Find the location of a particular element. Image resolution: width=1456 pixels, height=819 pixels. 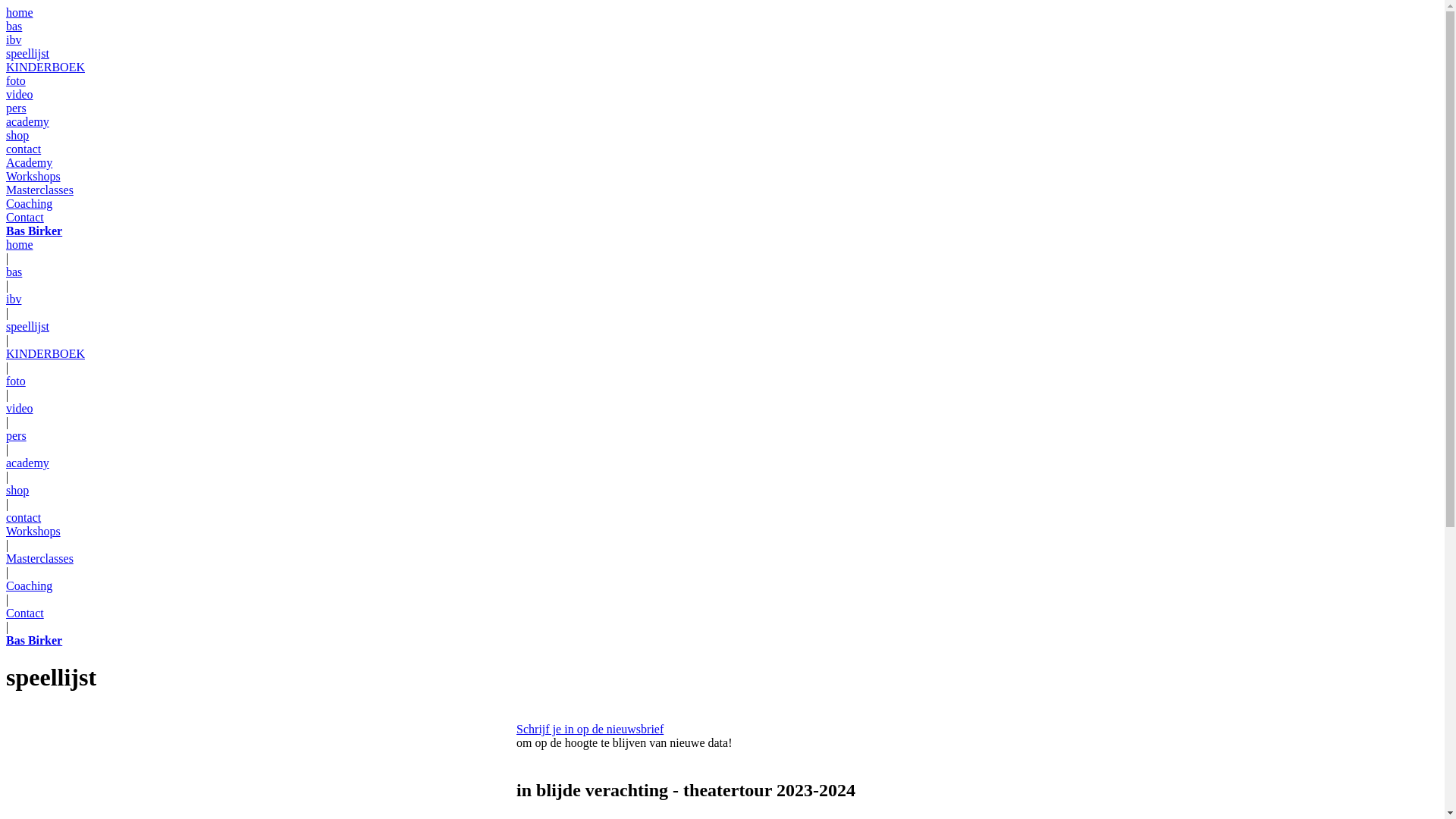

'home' is located at coordinates (19, 243).